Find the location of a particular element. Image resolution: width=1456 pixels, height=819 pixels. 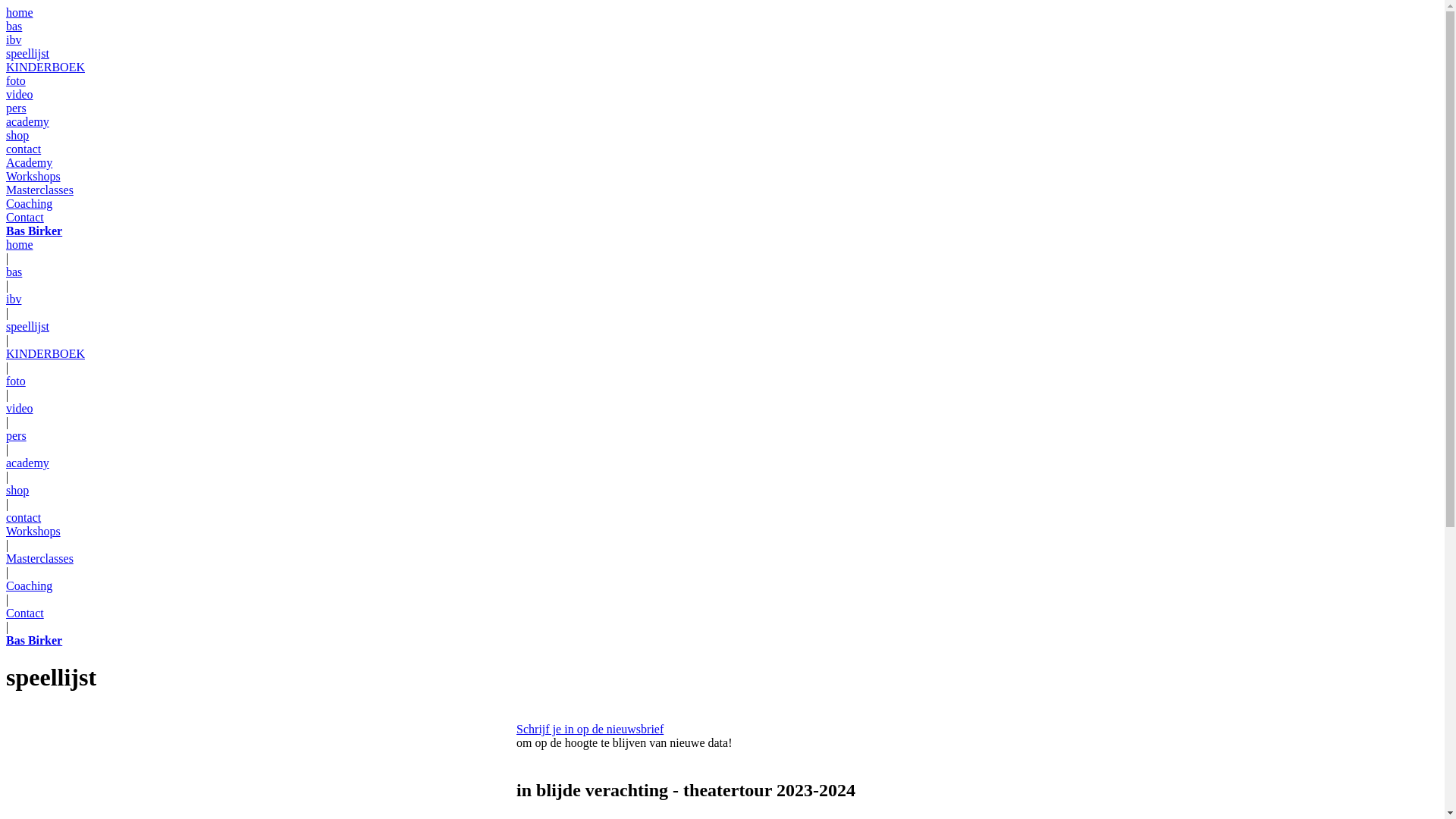

'home' is located at coordinates (19, 243).